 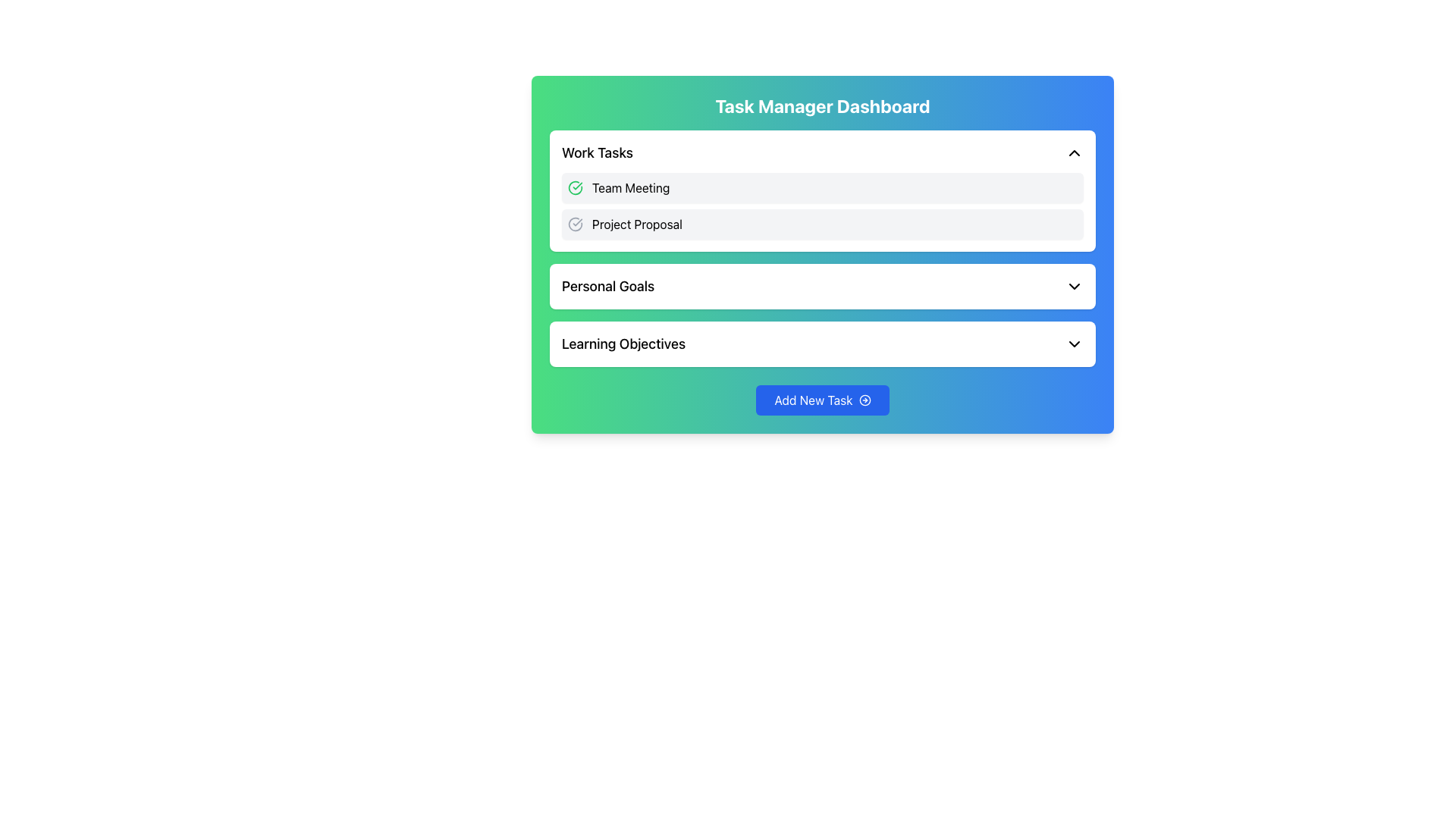 What do you see at coordinates (574, 224) in the screenshot?
I see `the circular icon with a thin stroke, styled as a vector graphic, located in the 'Work Tasks' section to the left of the 'Project Proposal' list item` at bounding box center [574, 224].